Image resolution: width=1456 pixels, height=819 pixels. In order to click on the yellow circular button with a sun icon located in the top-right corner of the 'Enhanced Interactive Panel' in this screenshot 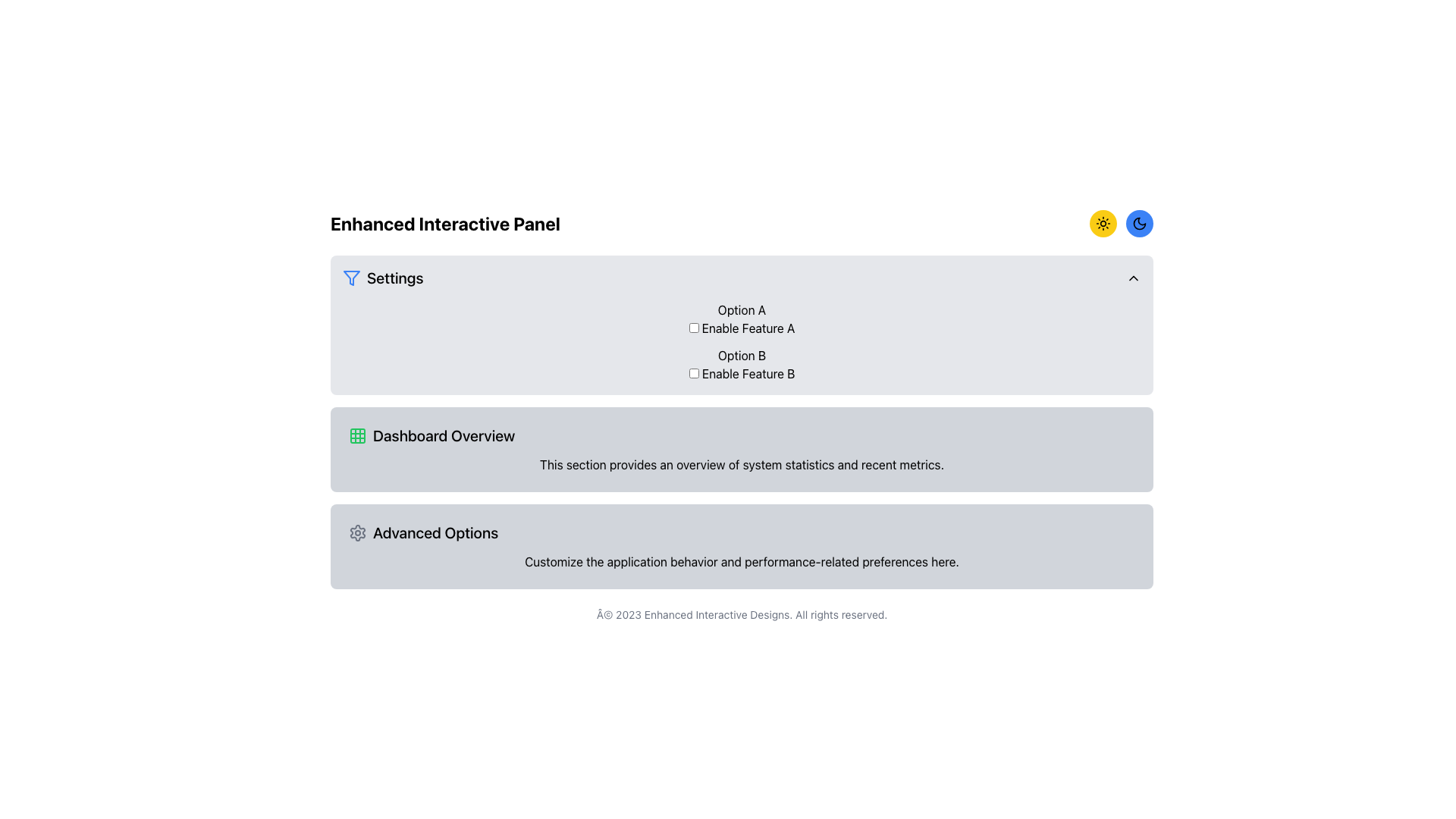, I will do `click(1121, 223)`.